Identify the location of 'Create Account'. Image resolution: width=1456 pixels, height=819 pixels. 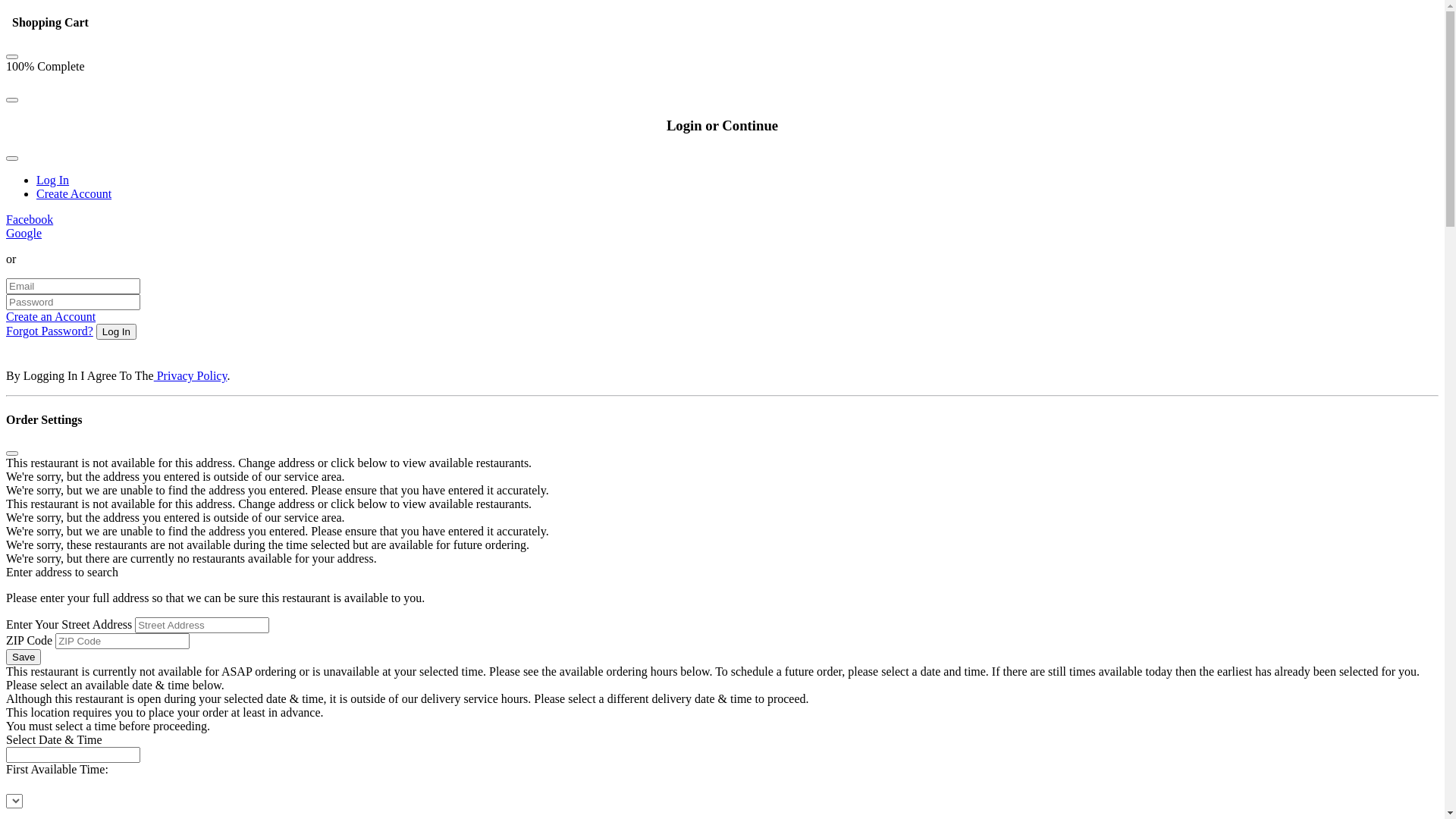
(73, 193).